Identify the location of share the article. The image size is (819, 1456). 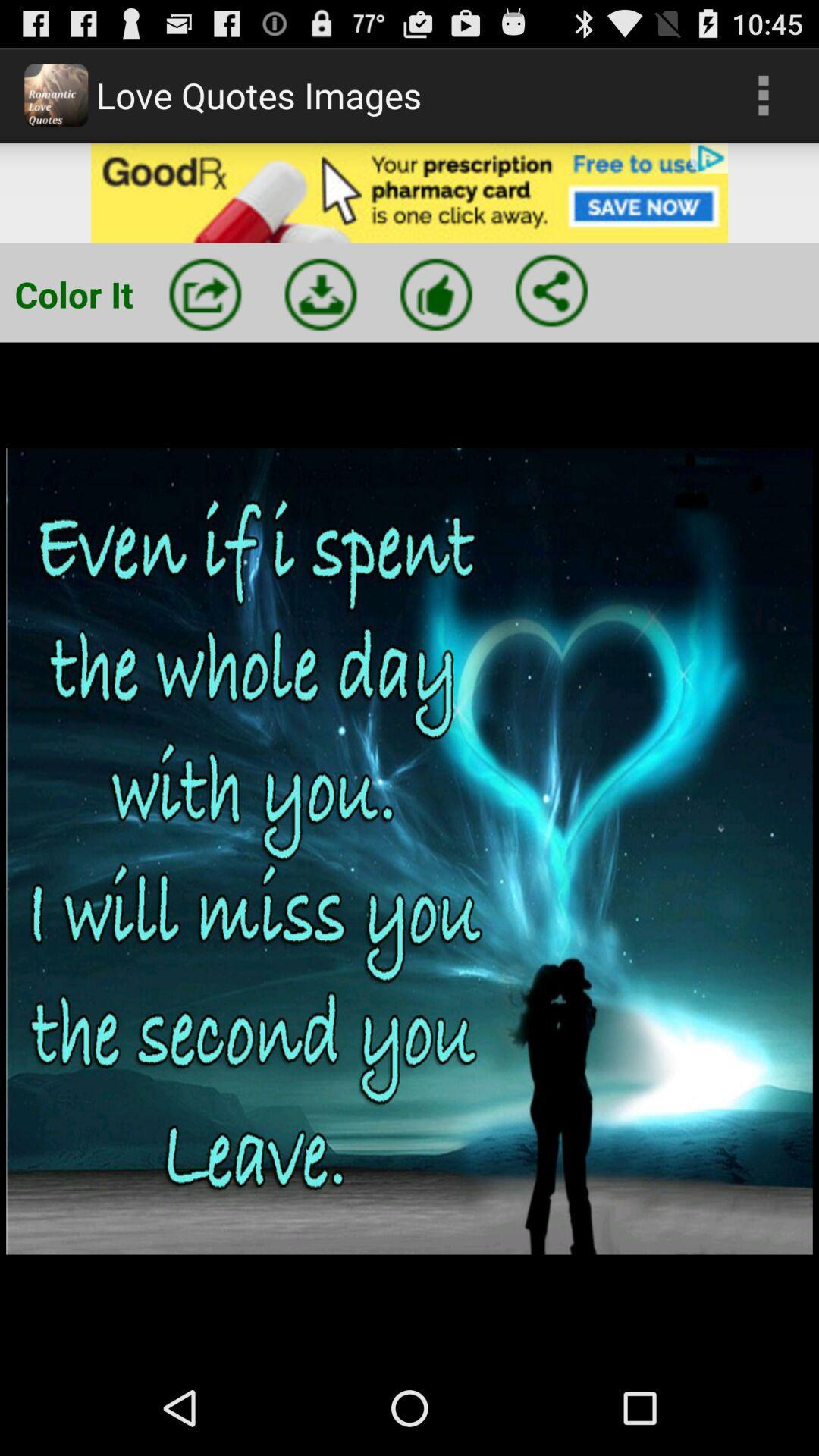
(551, 290).